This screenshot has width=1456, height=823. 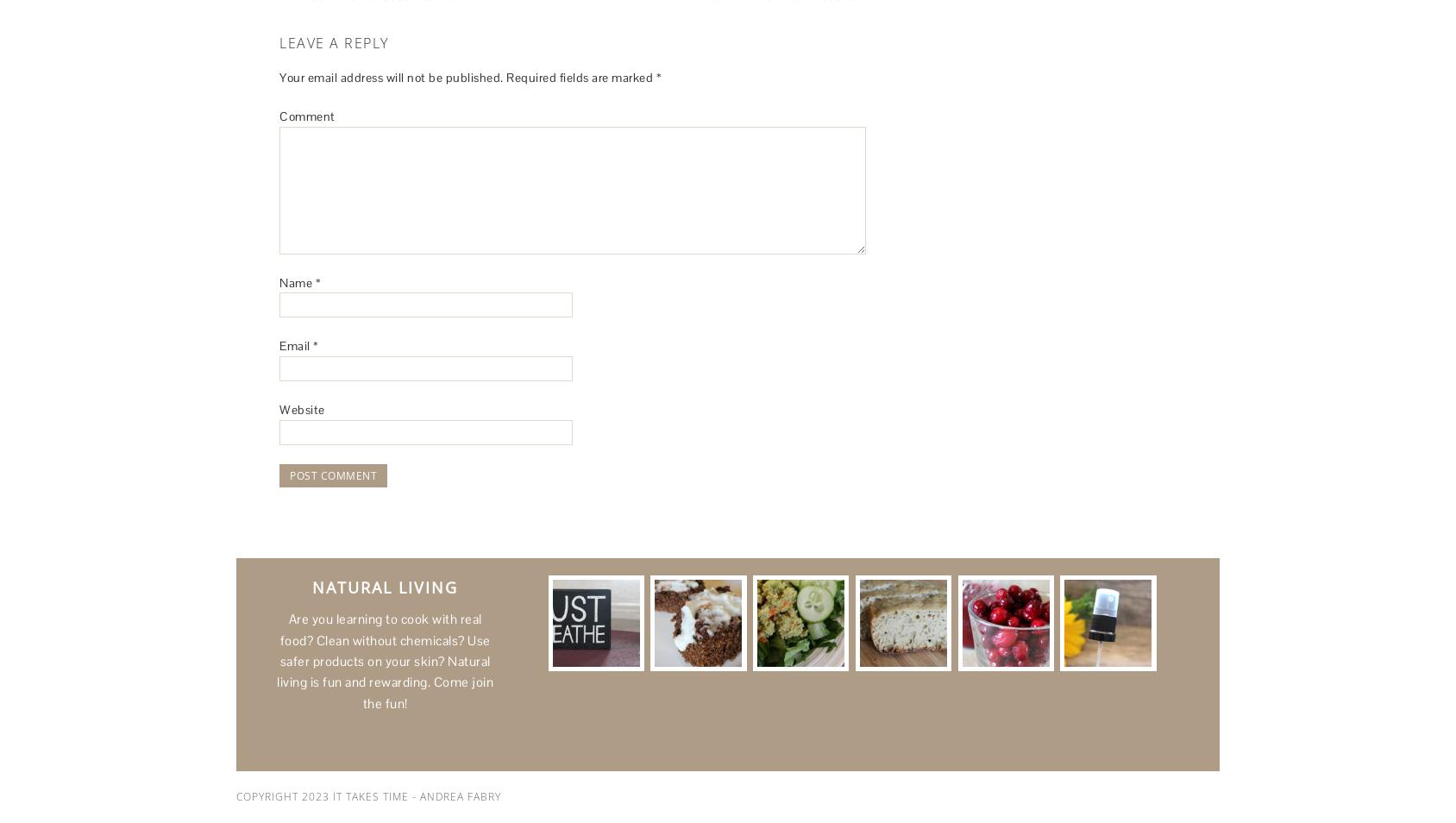 What do you see at coordinates (279, 41) in the screenshot?
I see `'Leave a Reply'` at bounding box center [279, 41].